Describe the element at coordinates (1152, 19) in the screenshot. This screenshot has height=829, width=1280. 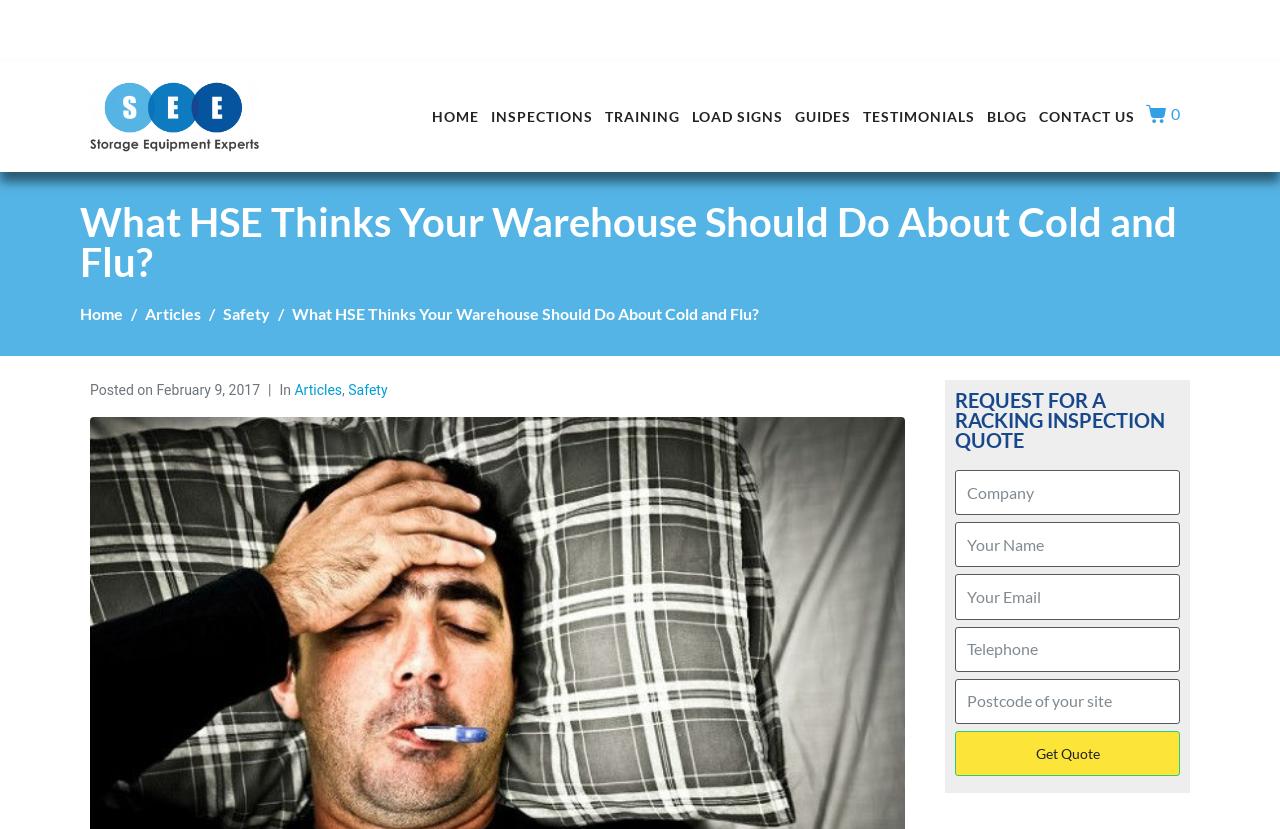
I see `'Accounts'` at that location.